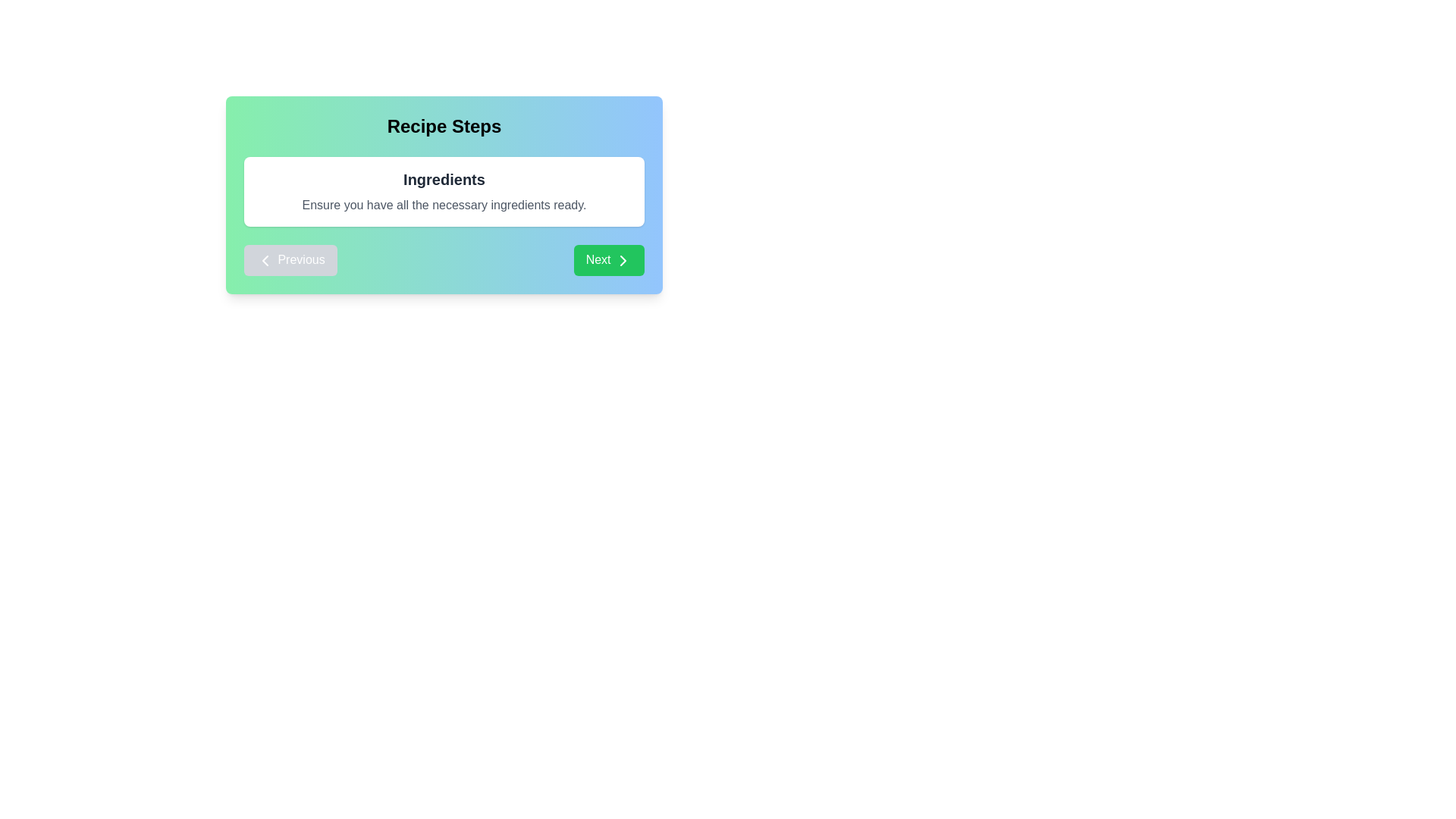  Describe the element at coordinates (443, 178) in the screenshot. I see `the 'Ingredients' header text label, which indicates the section of the interface focused on ingredients` at that location.